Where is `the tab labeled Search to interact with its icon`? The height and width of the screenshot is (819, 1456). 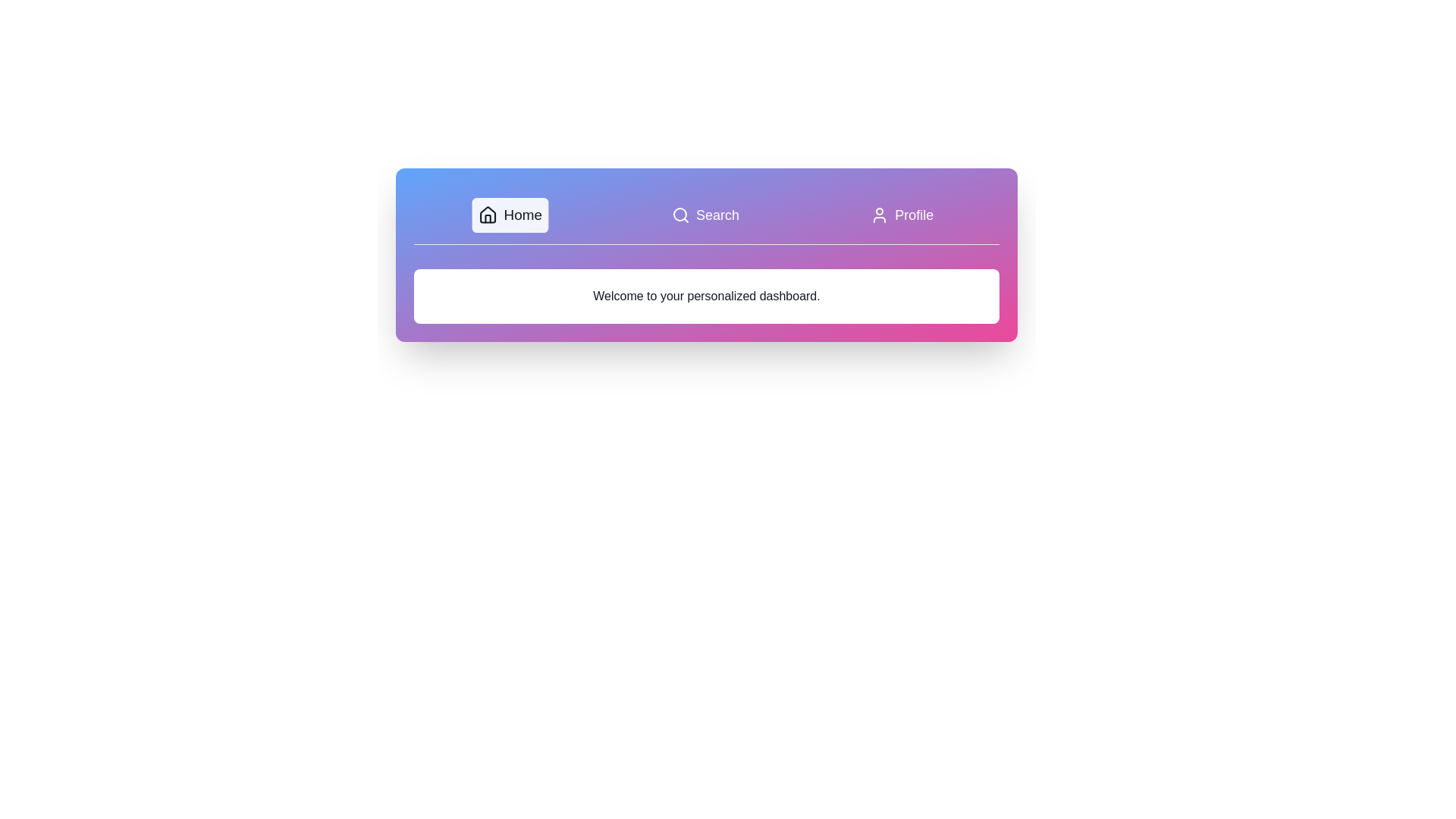
the tab labeled Search to interact with its icon is located at coordinates (704, 215).